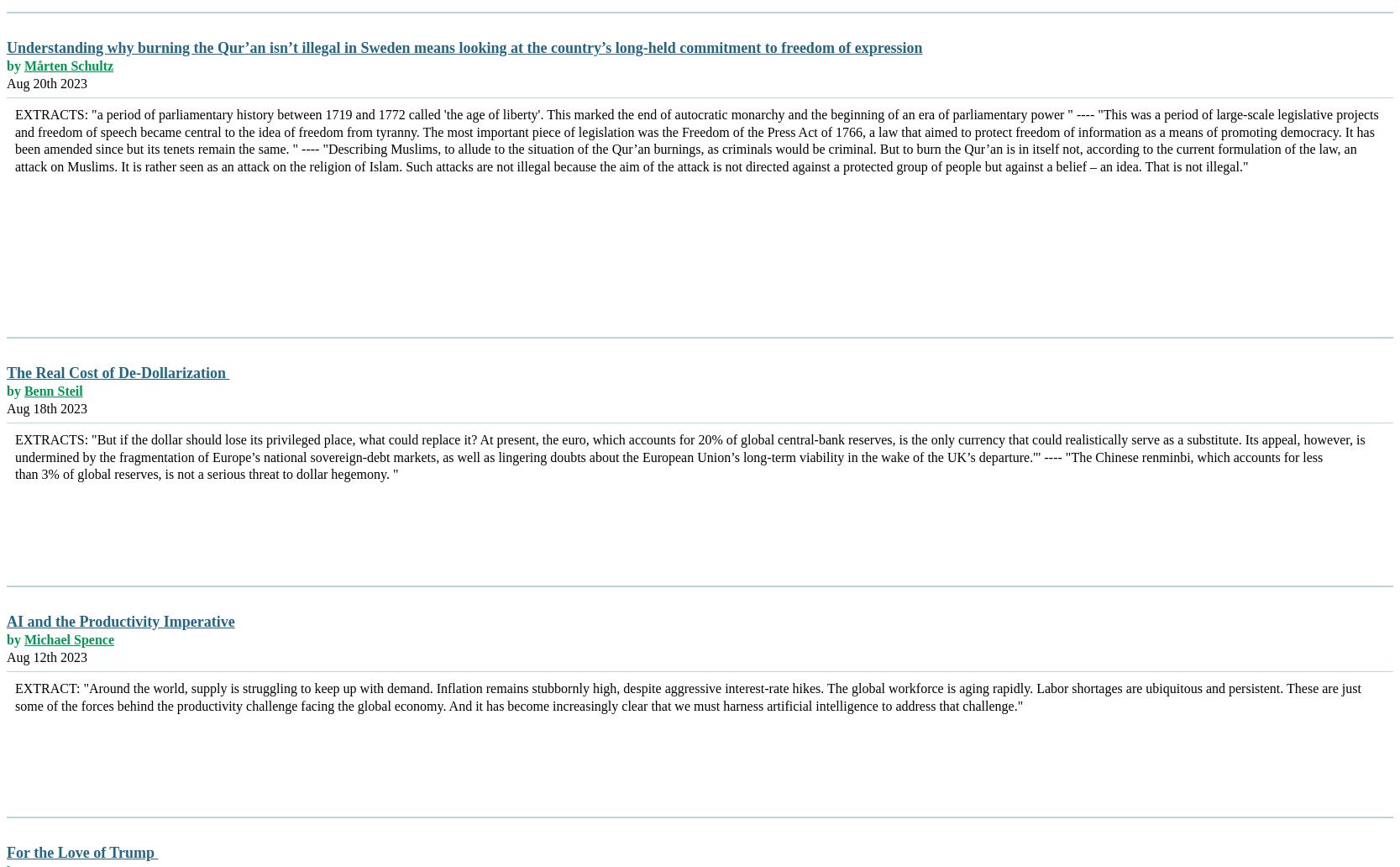 This screenshot has width=1400, height=867. What do you see at coordinates (47, 407) in the screenshot?
I see `'Aug 18th 2023'` at bounding box center [47, 407].